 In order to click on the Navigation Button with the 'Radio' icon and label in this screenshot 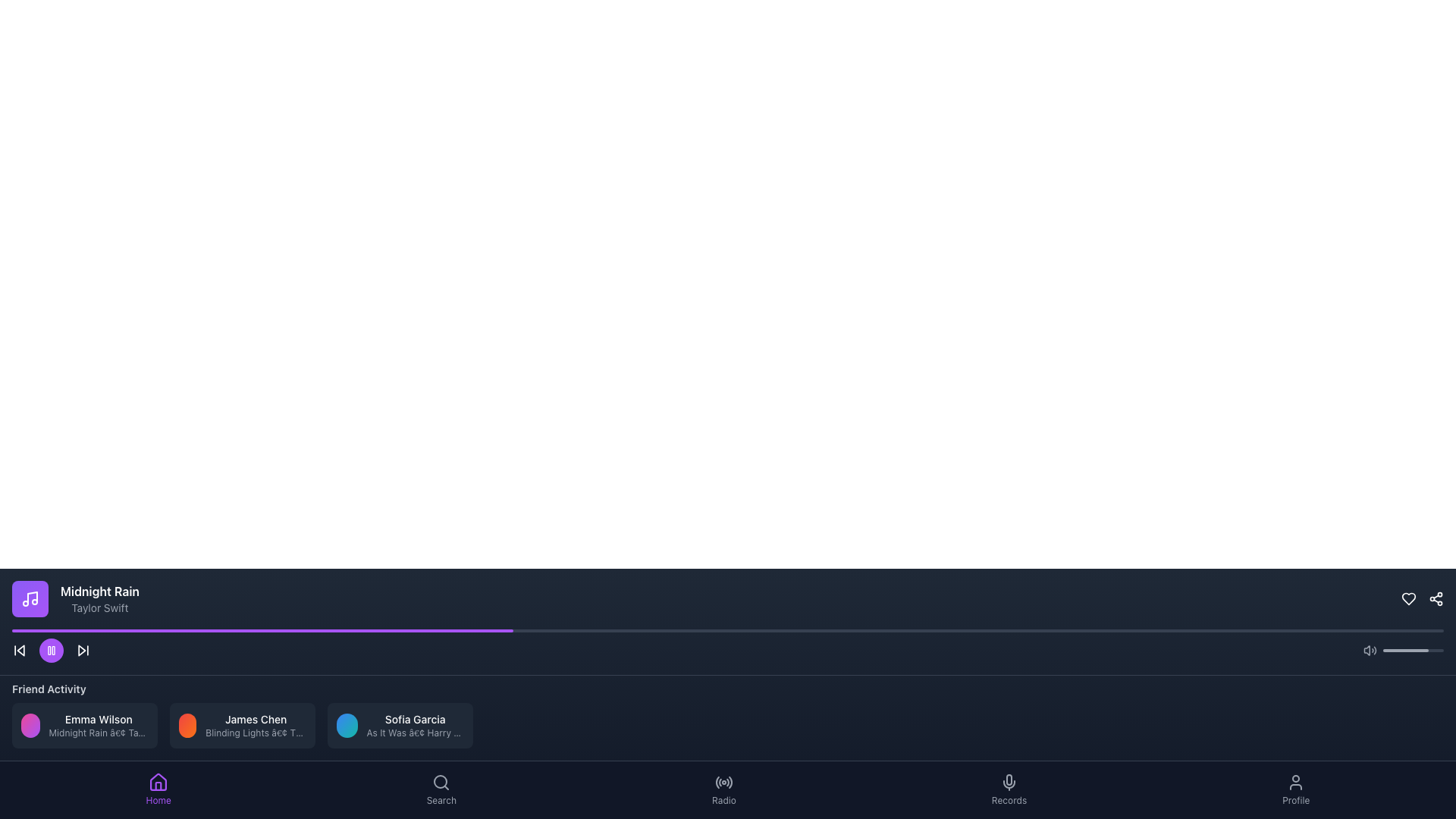, I will do `click(723, 789)`.